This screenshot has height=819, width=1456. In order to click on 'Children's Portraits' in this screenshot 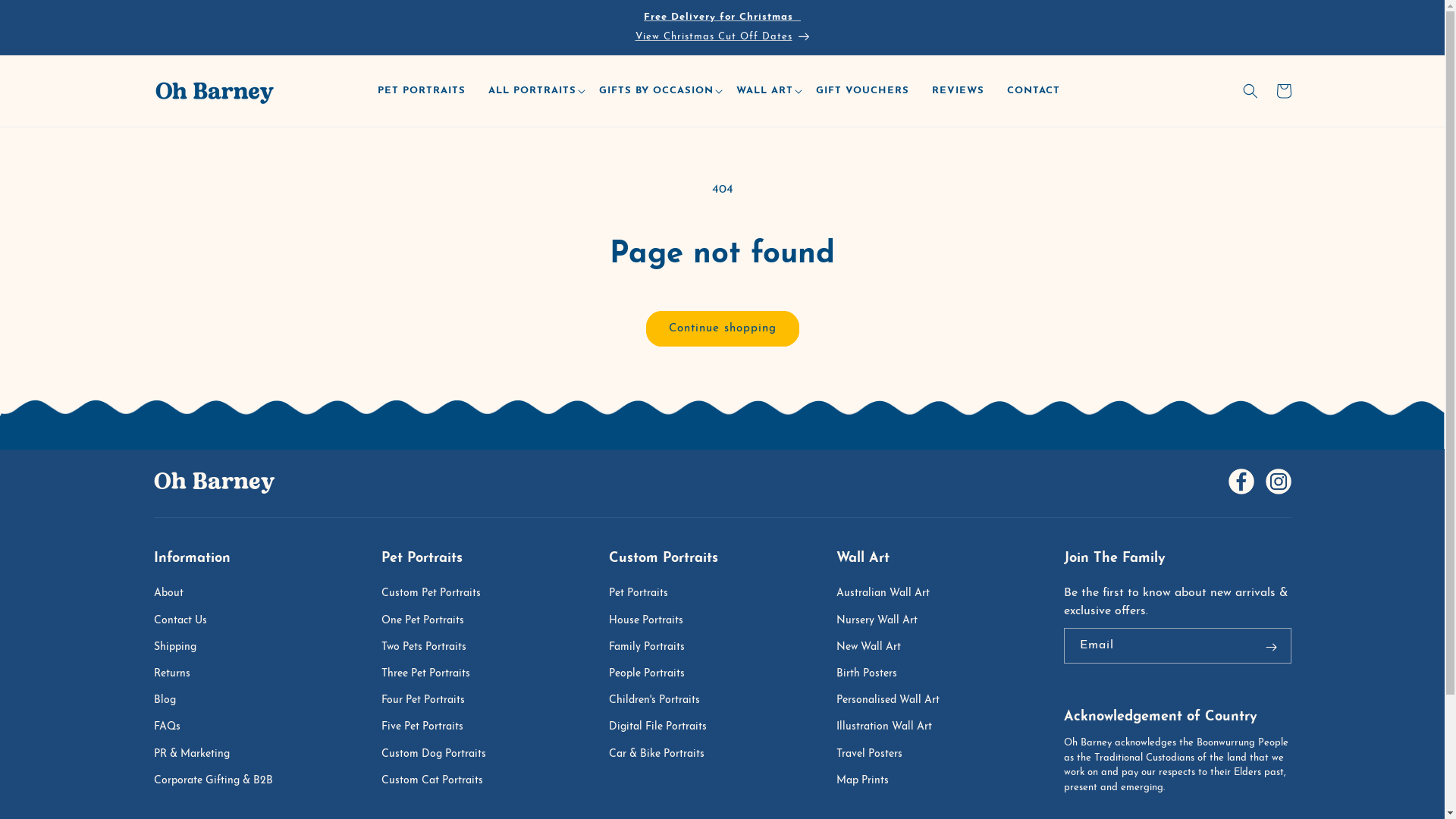, I will do `click(661, 700)`.